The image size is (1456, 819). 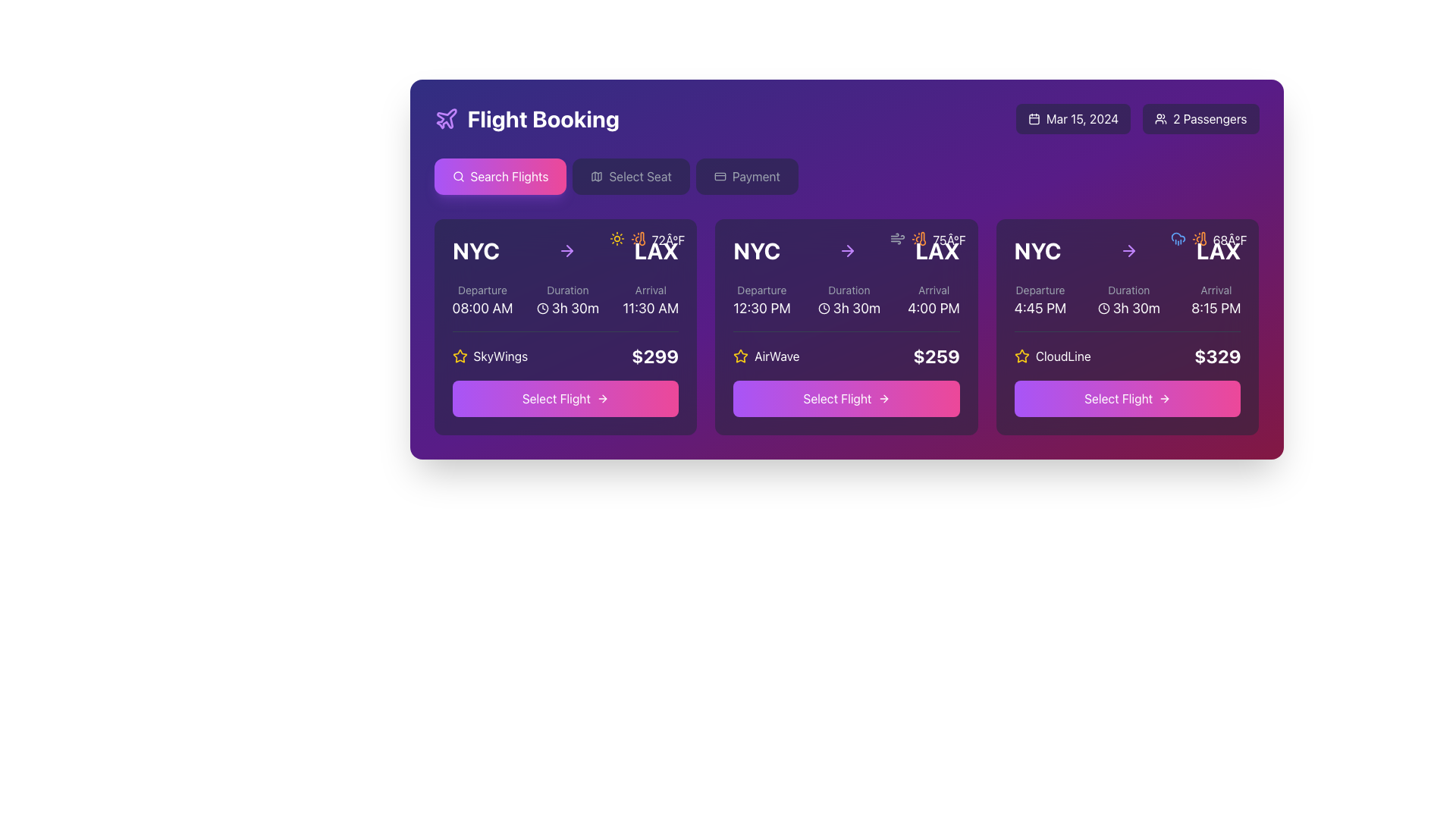 I want to click on the temperature display '72Â°F' with associated sun and thermometer icons located at the top-right corner of the flight offer card, so click(x=647, y=239).